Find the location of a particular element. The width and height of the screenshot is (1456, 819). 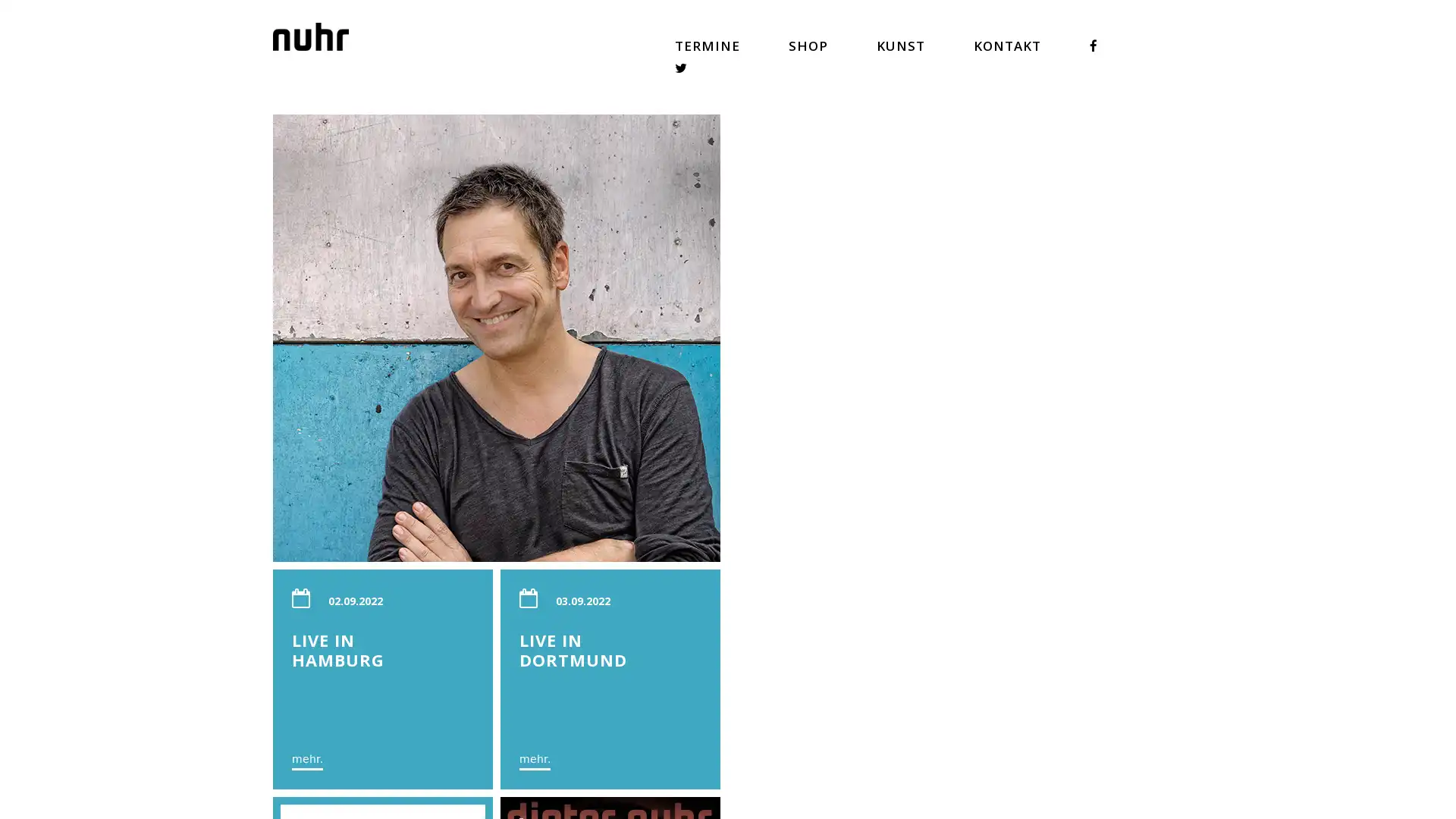

mehr. is located at coordinates (762, 306).